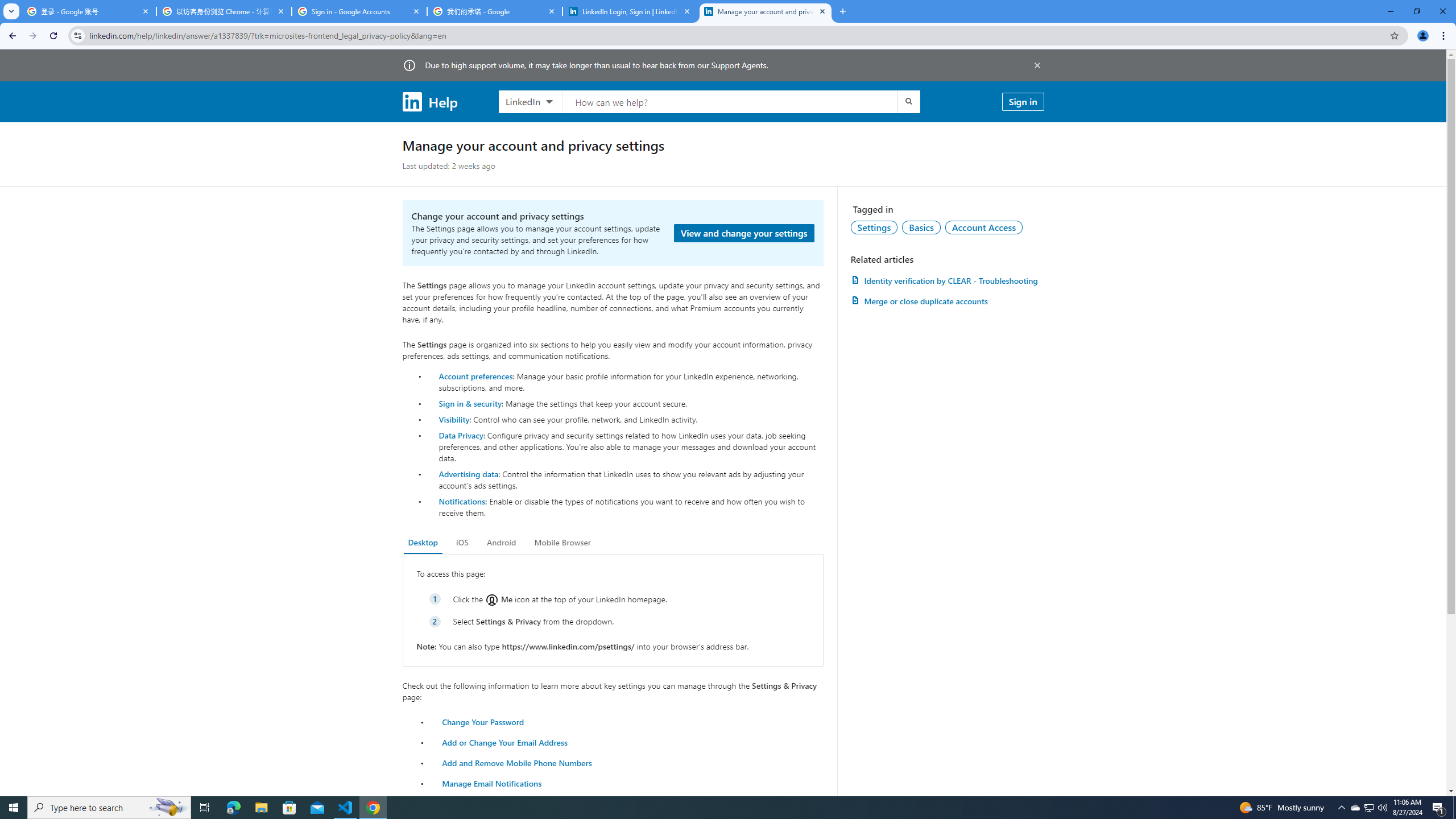 The height and width of the screenshot is (819, 1456). I want to click on 'AutomationID: topic-link-a151002', so click(983, 226).